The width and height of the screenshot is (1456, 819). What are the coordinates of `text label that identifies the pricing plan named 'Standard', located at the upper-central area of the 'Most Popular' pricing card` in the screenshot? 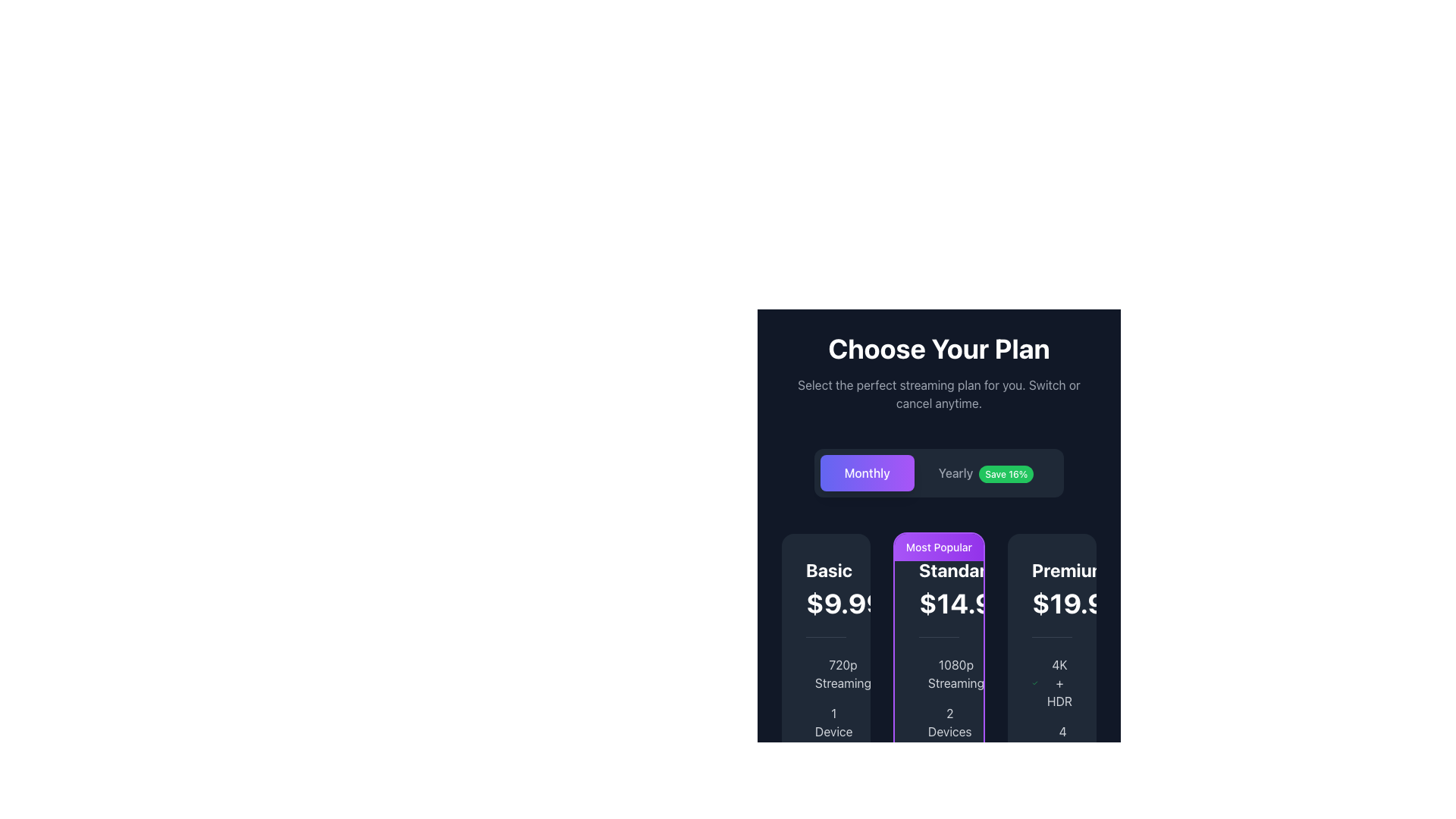 It's located at (938, 570).